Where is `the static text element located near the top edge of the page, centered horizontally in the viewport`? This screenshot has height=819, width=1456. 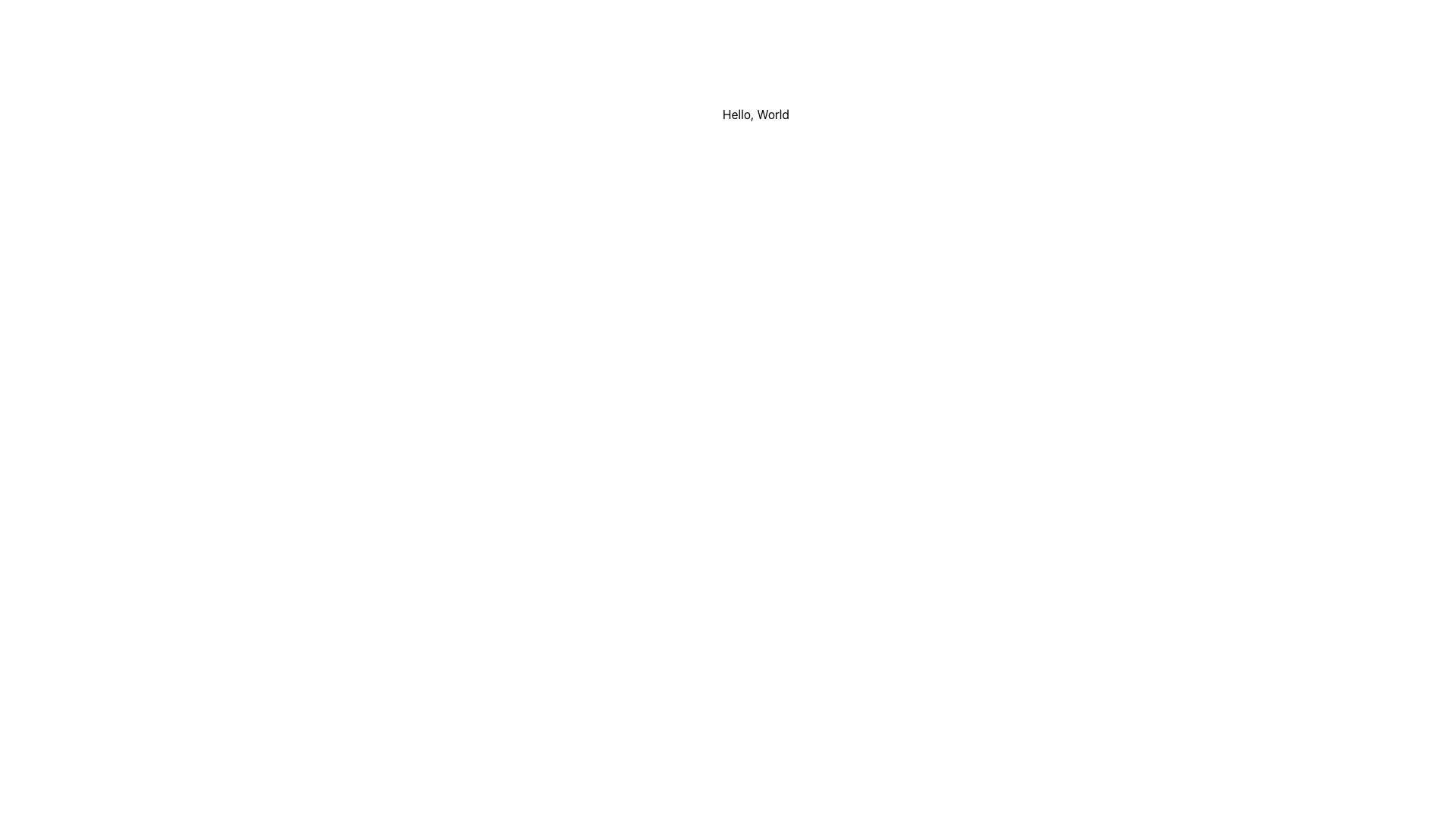 the static text element located near the top edge of the page, centered horizontally in the viewport is located at coordinates (756, 113).